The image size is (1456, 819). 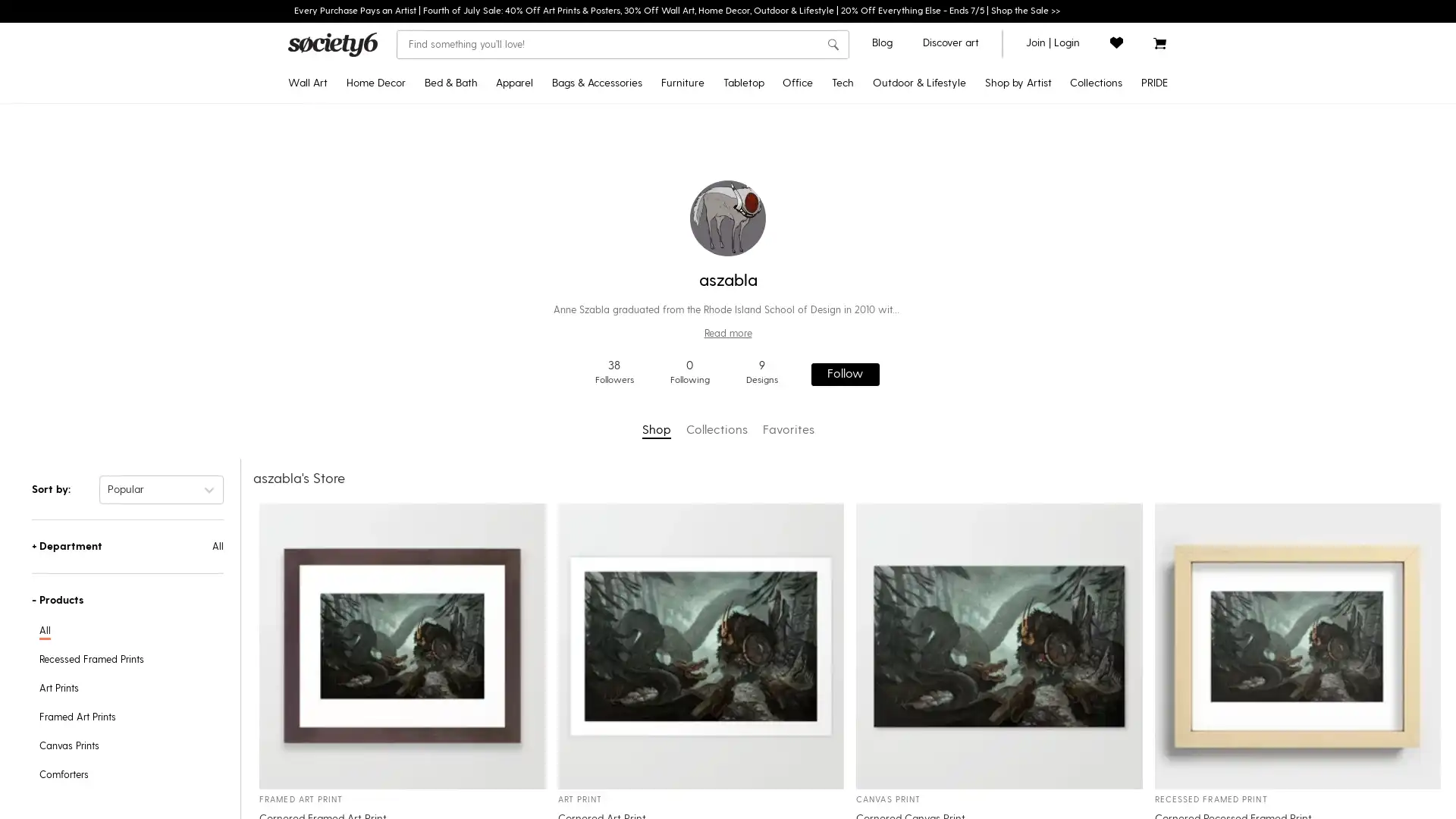 I want to click on Wrapping Paper, so click(x=835, y=293).